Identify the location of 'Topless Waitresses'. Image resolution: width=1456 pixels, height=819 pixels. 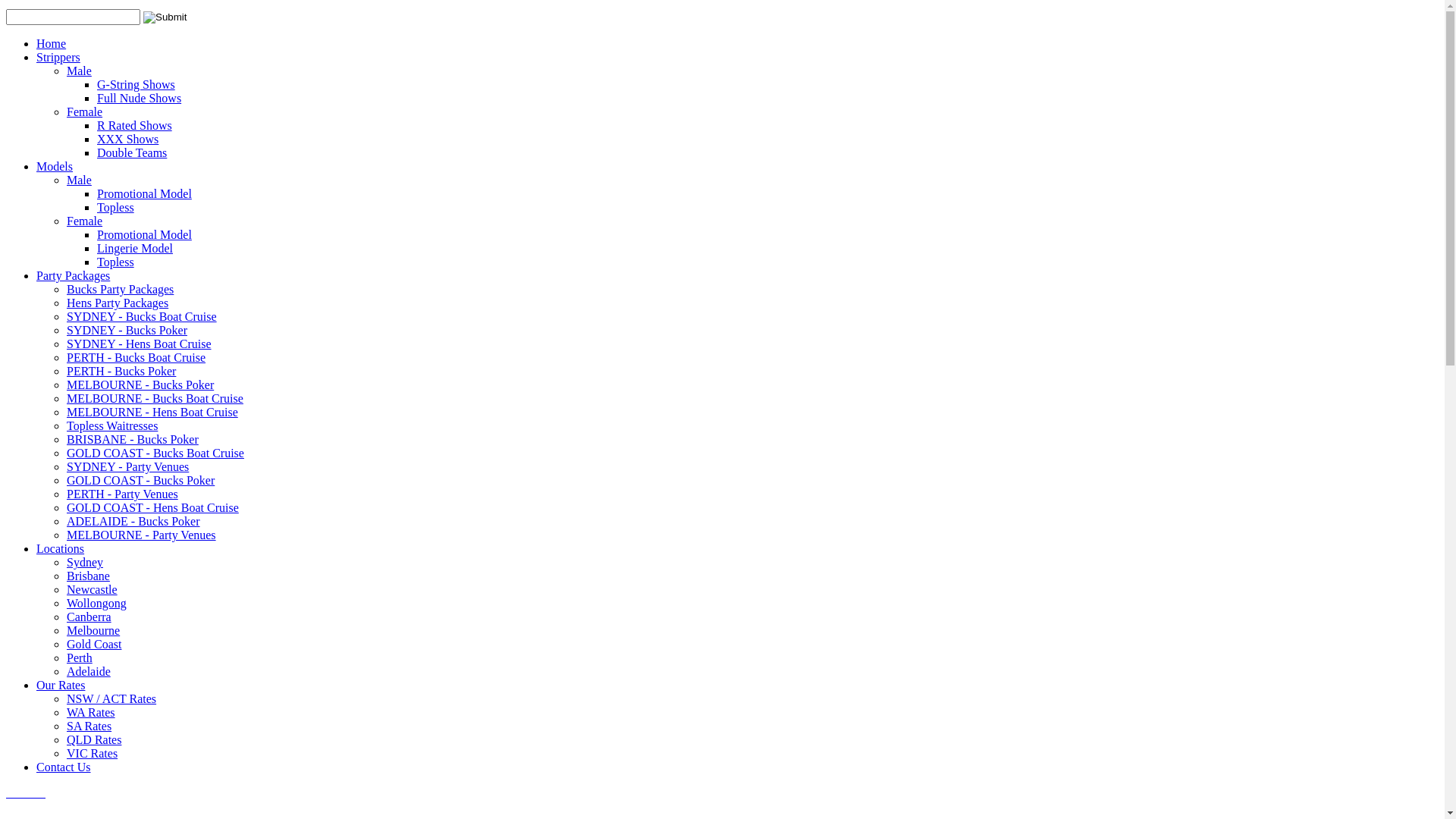
(111, 425).